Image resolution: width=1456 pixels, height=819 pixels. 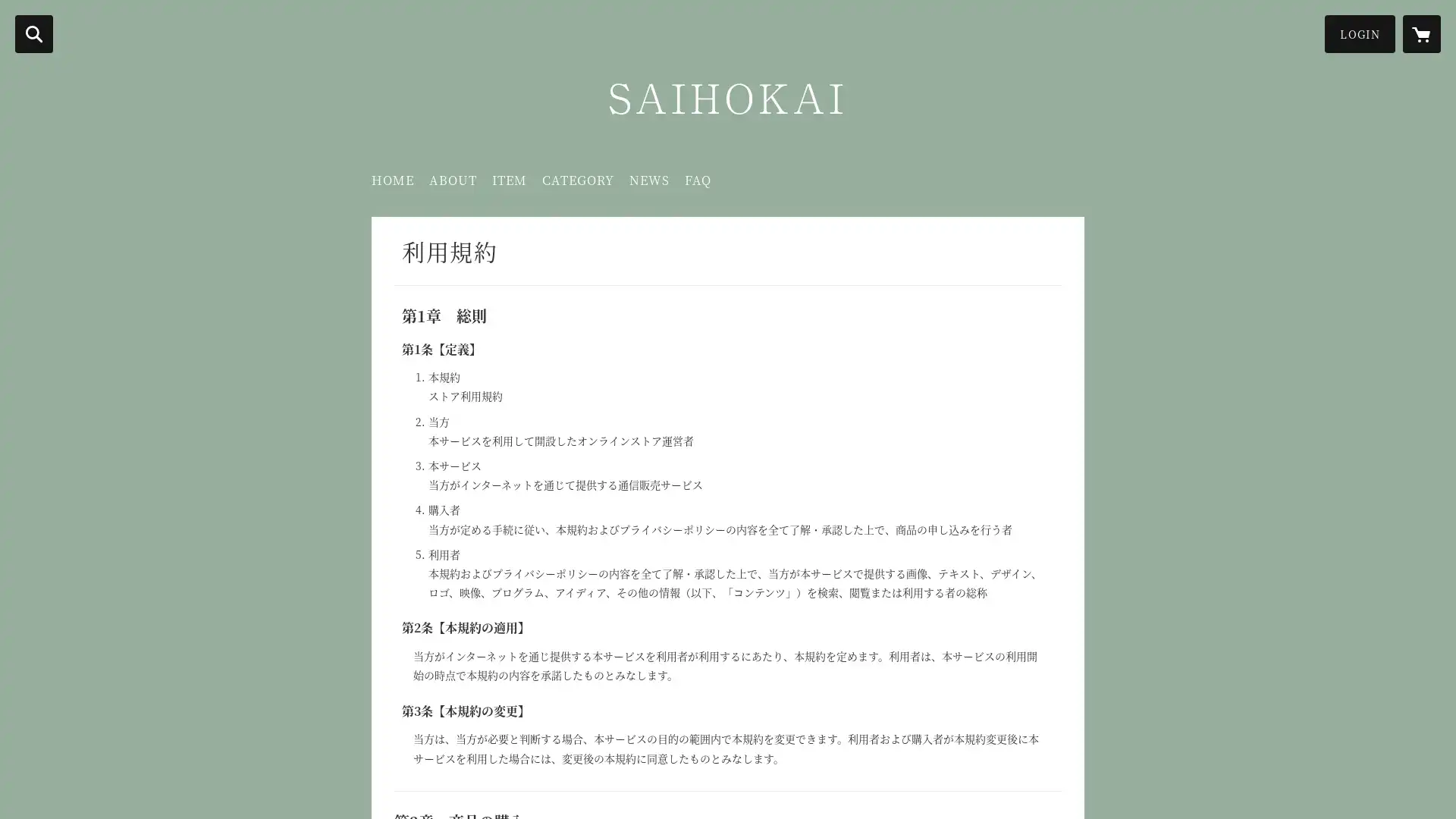 I want to click on LOGIN, so click(x=1360, y=34).